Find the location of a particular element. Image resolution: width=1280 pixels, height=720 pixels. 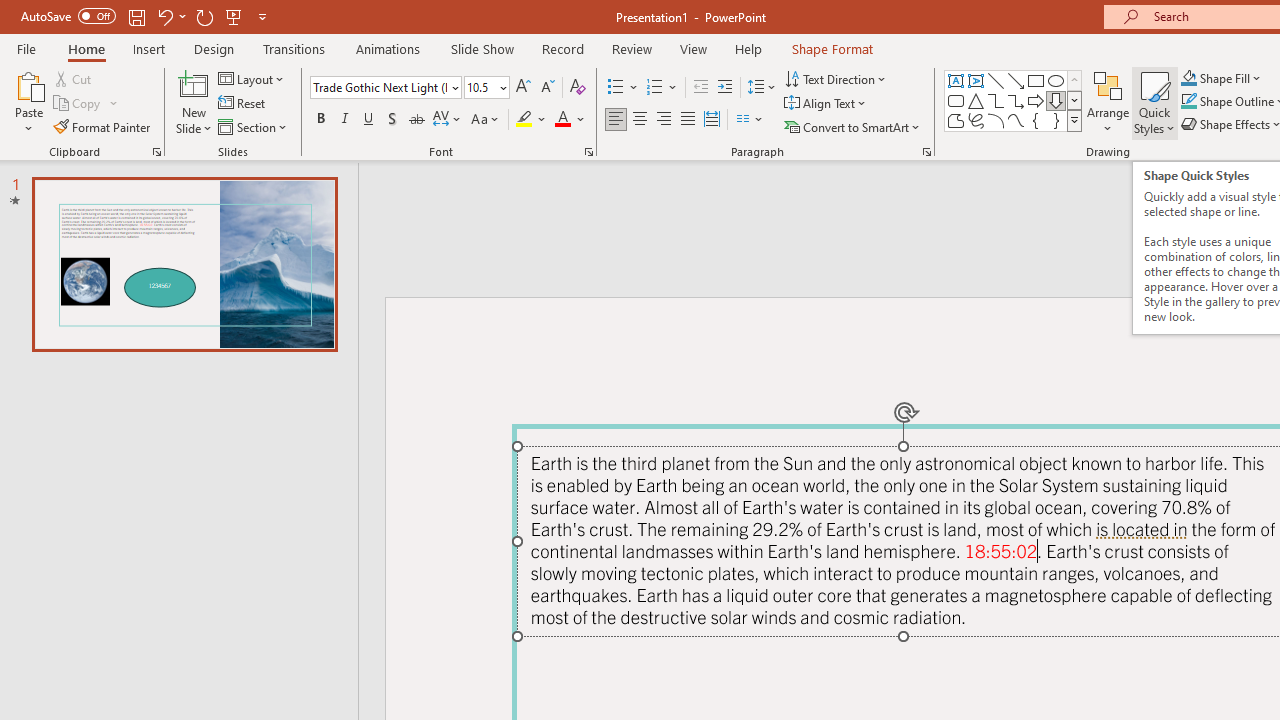

'Character Spacing' is located at coordinates (447, 119).